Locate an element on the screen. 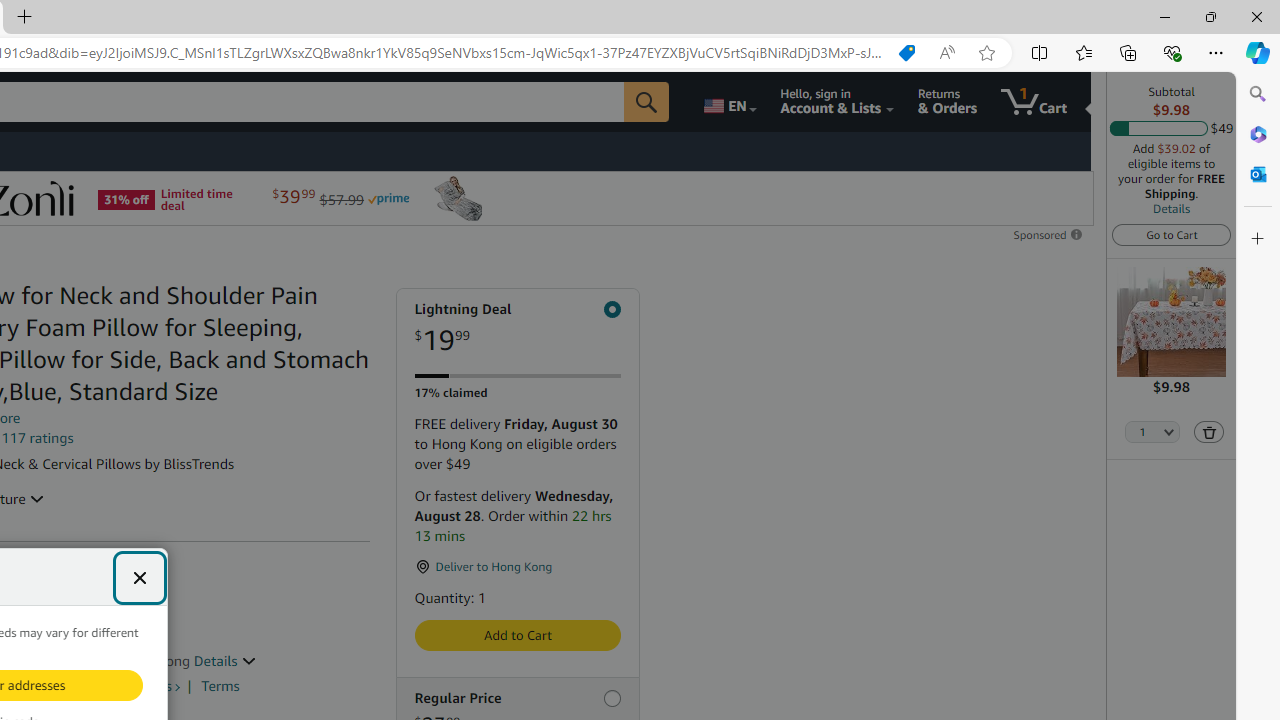  '1 item in cart' is located at coordinates (1034, 101).